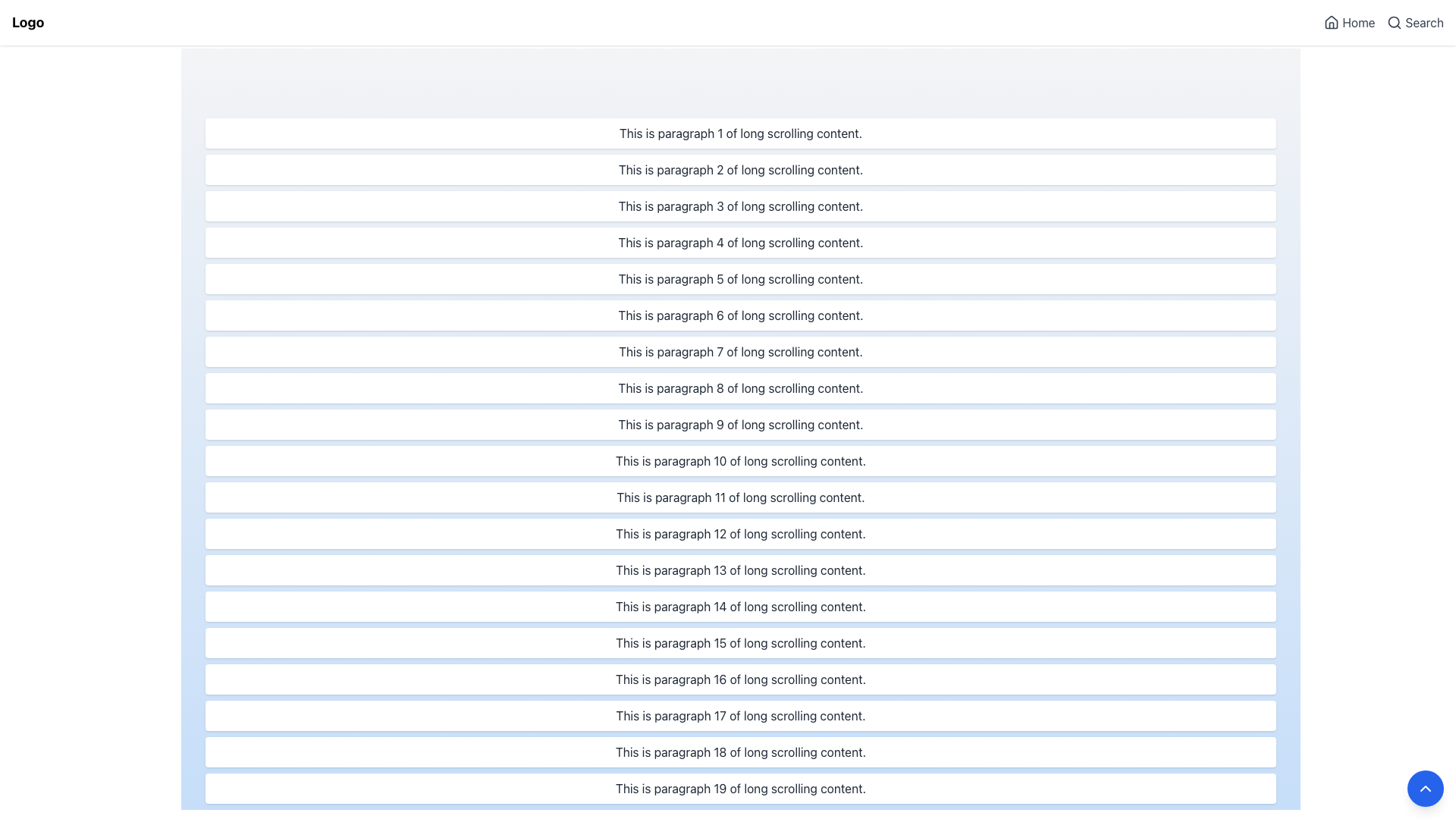 This screenshot has width=1456, height=819. Describe the element at coordinates (741, 169) in the screenshot. I see `the text in the paragraph reading 'This is paragraph 2 of long scrolling content.' which is styled with a light background and rounded corners` at that location.